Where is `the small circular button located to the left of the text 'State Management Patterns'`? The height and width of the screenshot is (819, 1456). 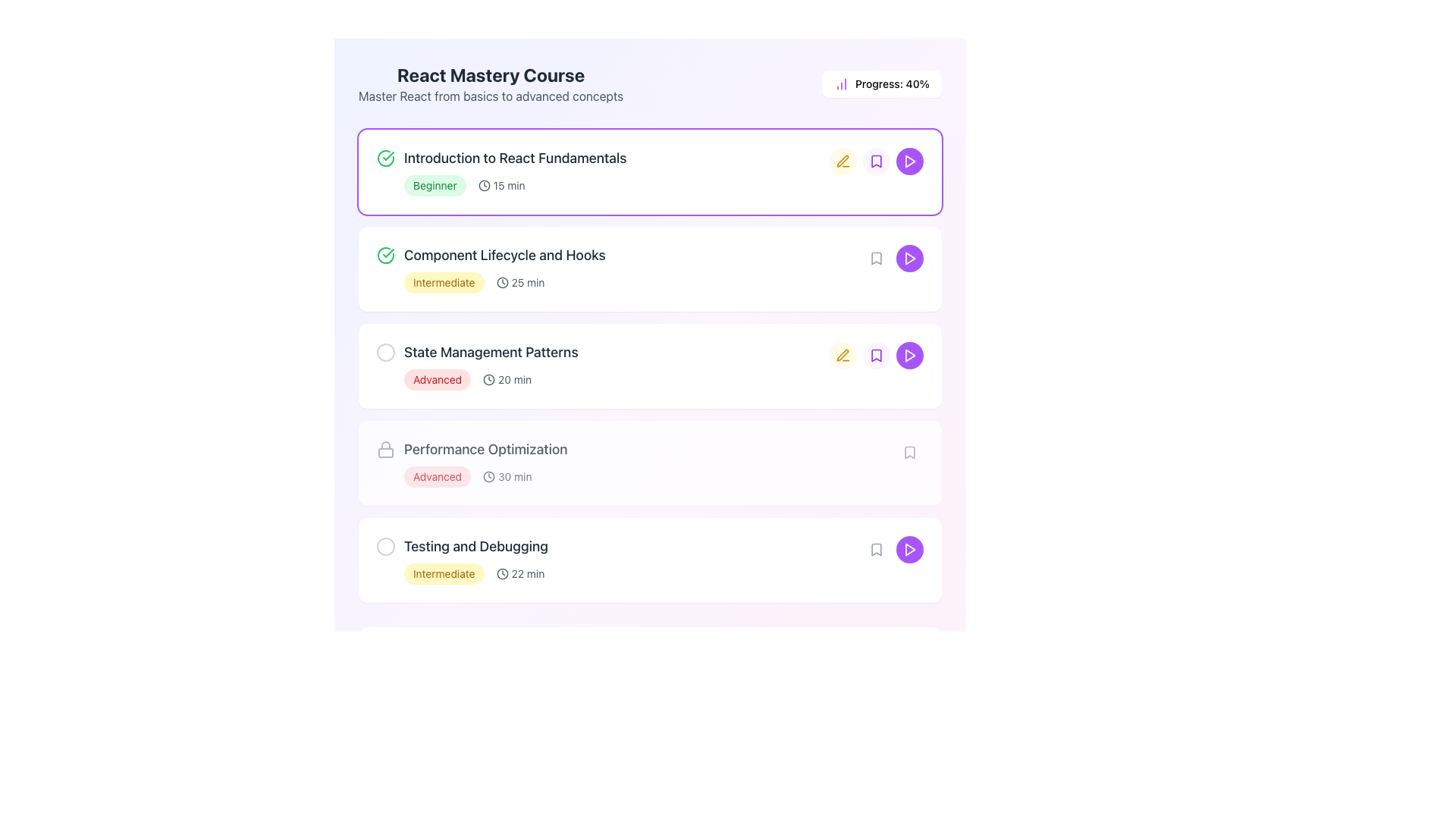 the small circular button located to the left of the text 'State Management Patterns' is located at coordinates (385, 353).